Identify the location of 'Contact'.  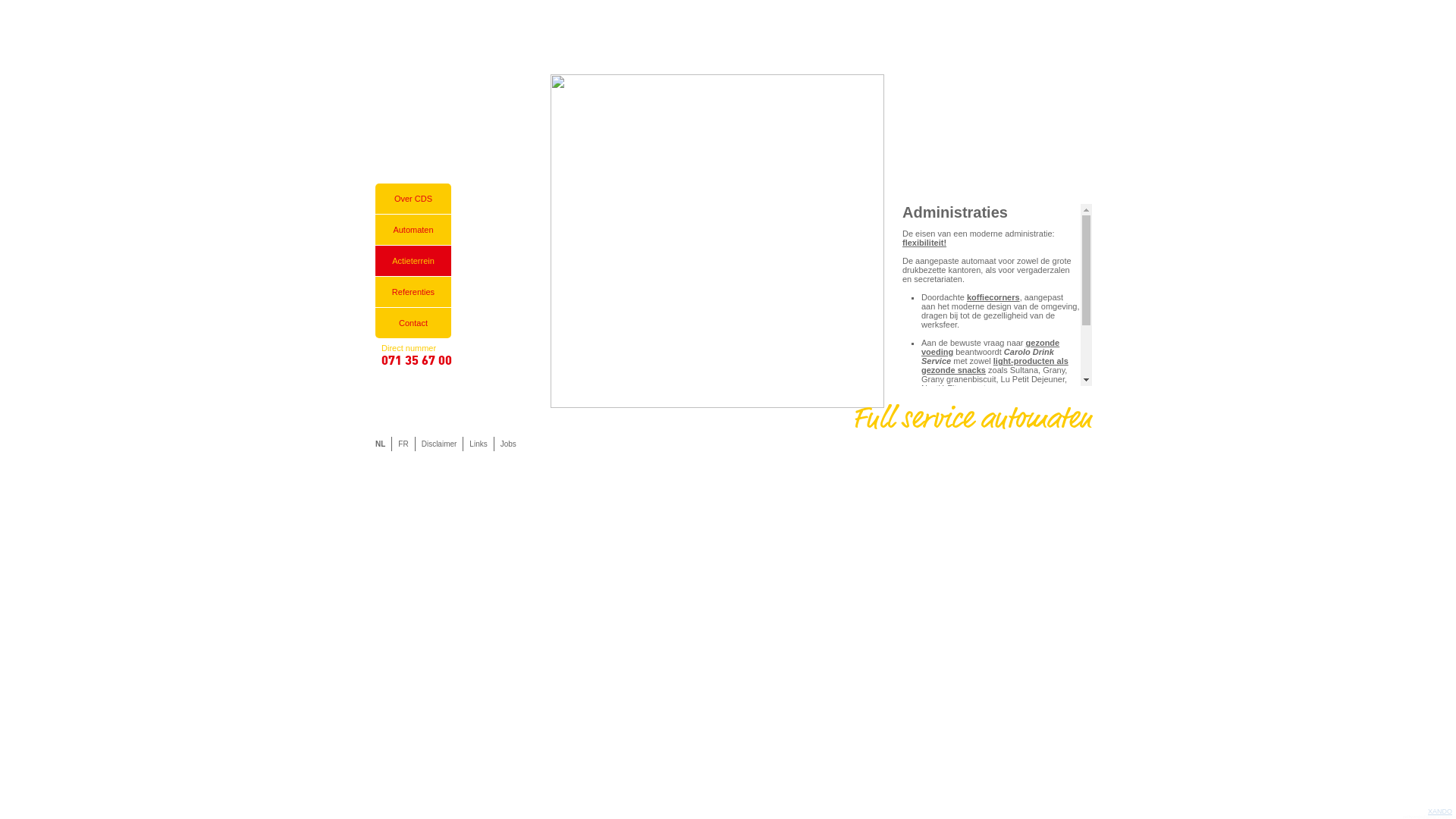
(375, 322).